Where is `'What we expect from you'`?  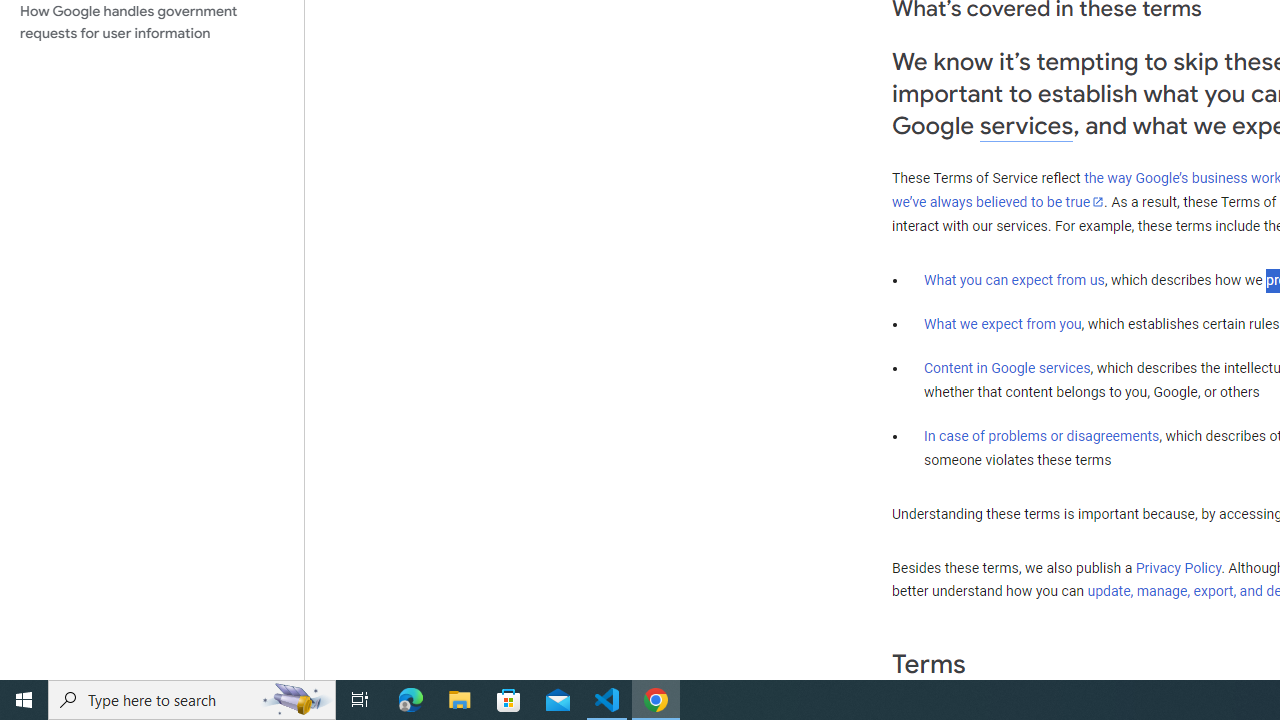 'What we expect from you' is located at coordinates (1002, 323).